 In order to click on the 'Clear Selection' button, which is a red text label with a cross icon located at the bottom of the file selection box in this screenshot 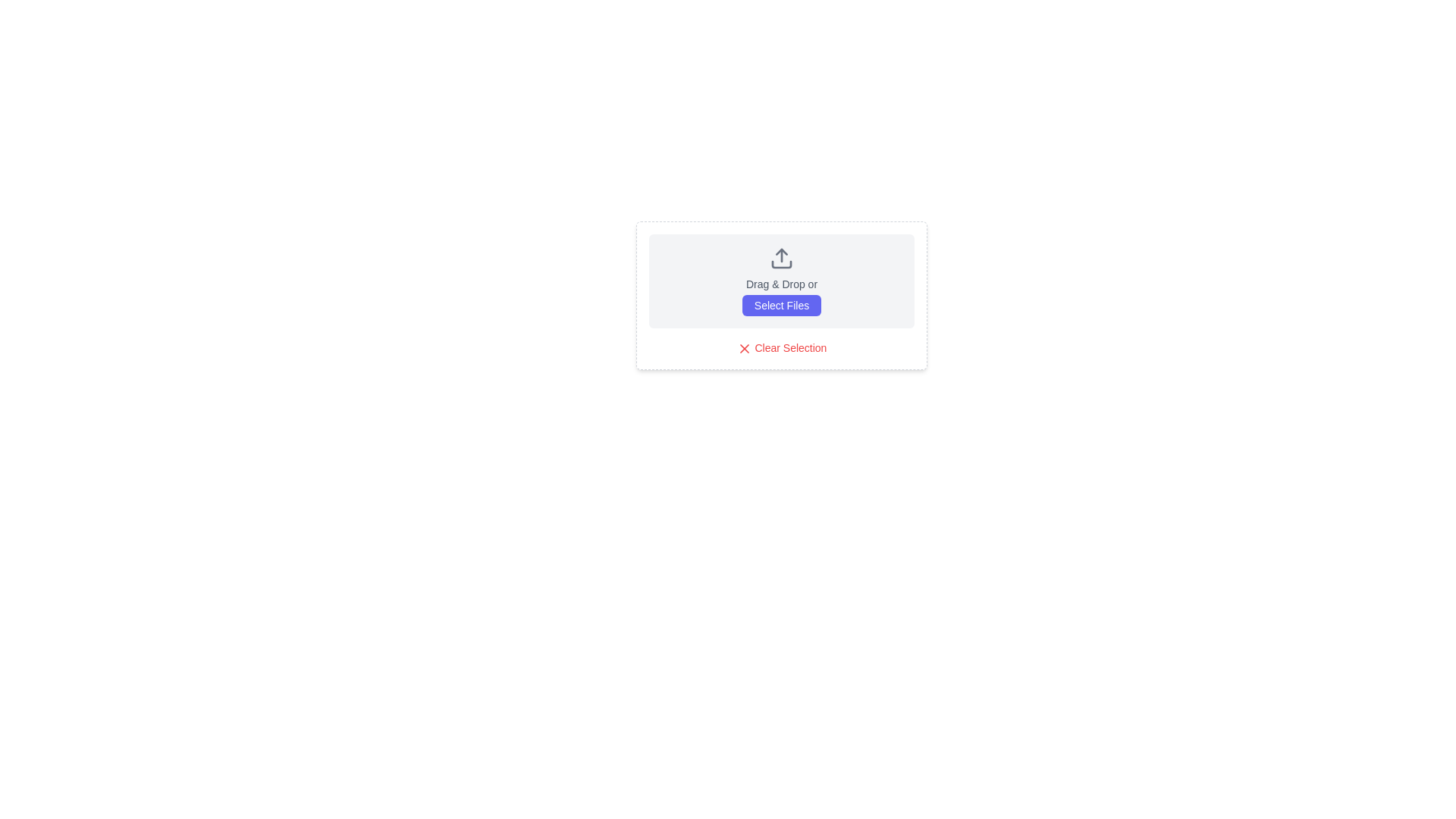, I will do `click(782, 348)`.